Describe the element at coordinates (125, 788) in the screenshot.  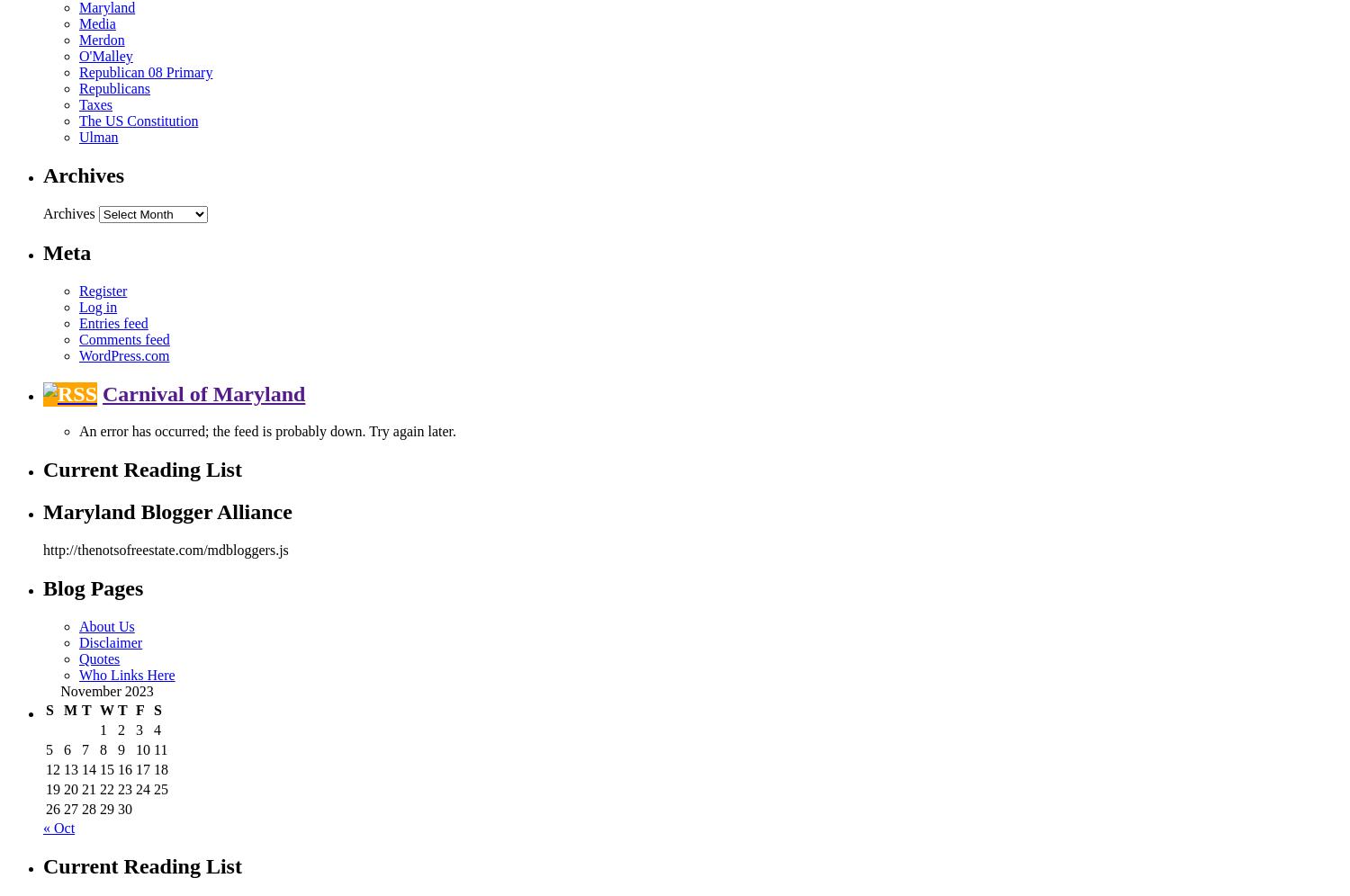
I see `'23'` at that location.